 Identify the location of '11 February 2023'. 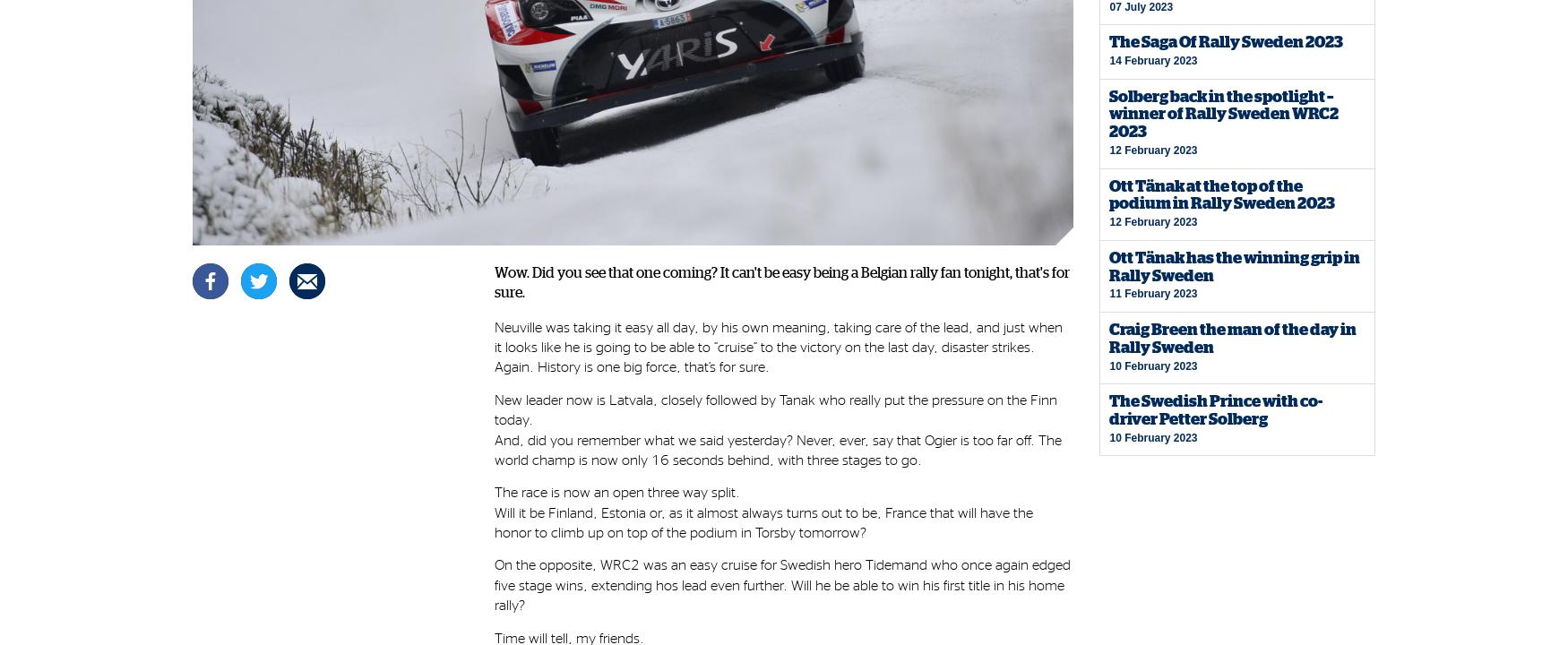
(1151, 293).